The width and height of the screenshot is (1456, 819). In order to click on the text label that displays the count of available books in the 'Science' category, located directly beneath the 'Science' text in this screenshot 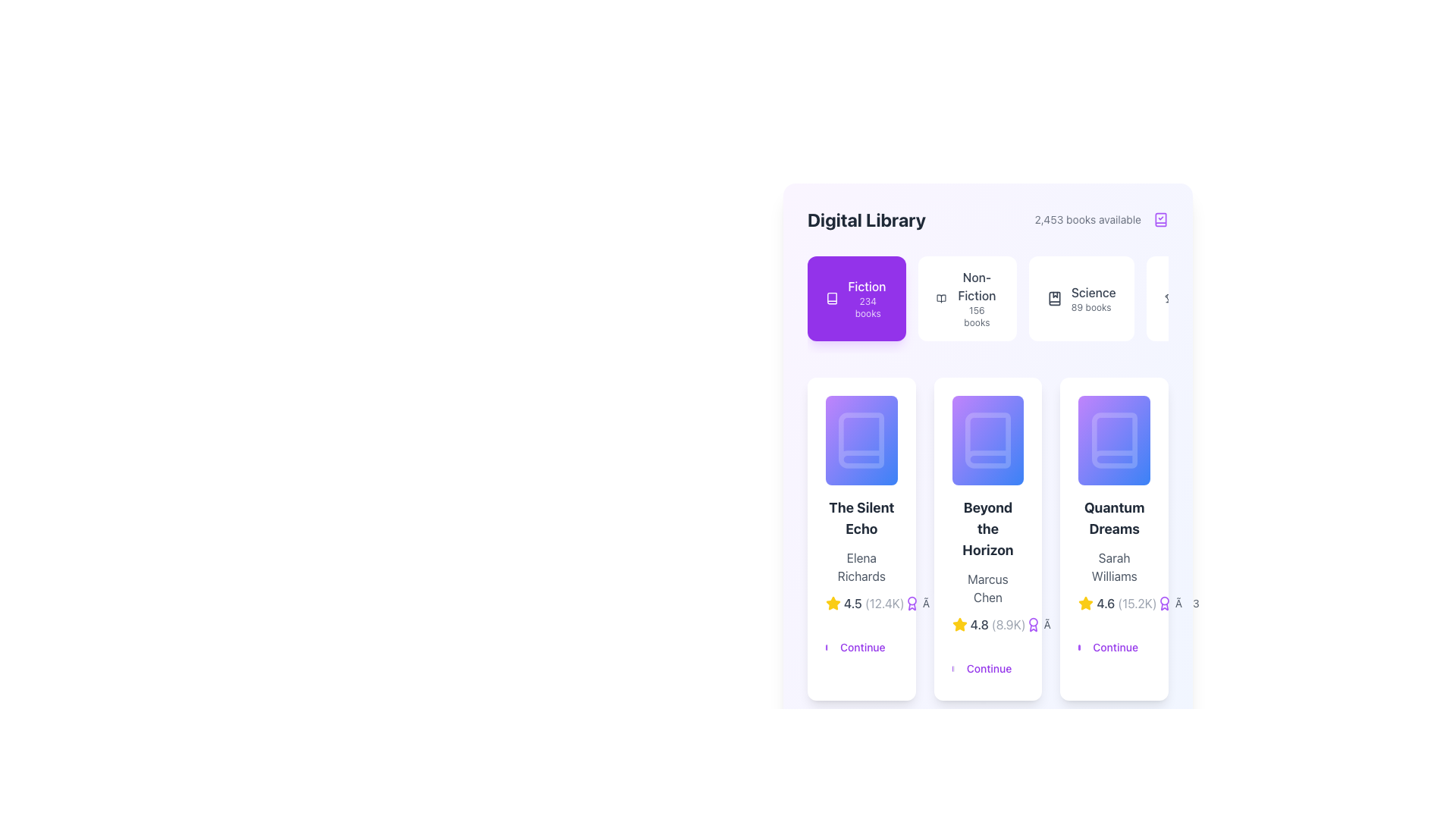, I will do `click(1090, 307)`.